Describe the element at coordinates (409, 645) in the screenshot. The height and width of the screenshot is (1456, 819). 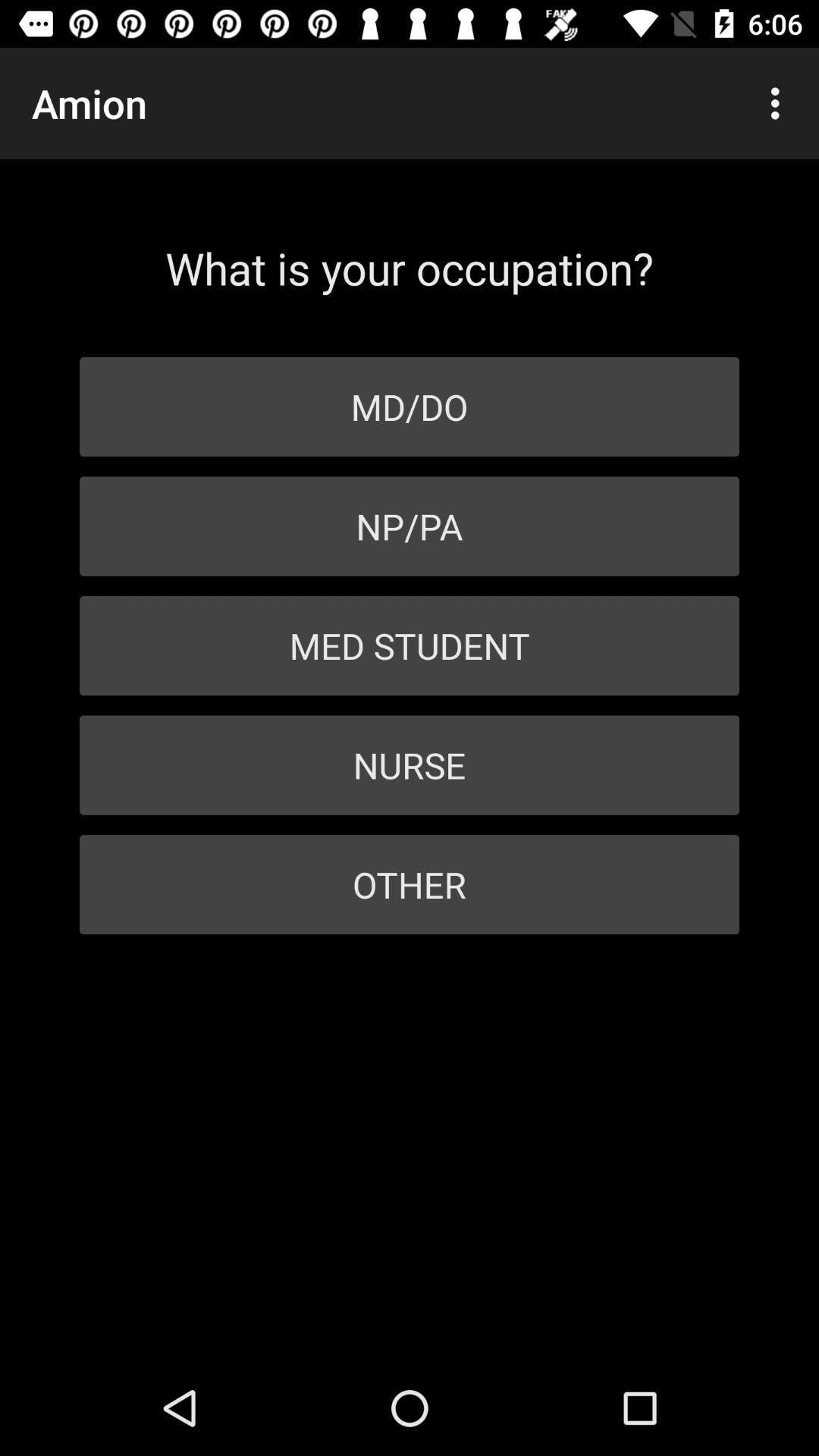
I see `med student item` at that location.